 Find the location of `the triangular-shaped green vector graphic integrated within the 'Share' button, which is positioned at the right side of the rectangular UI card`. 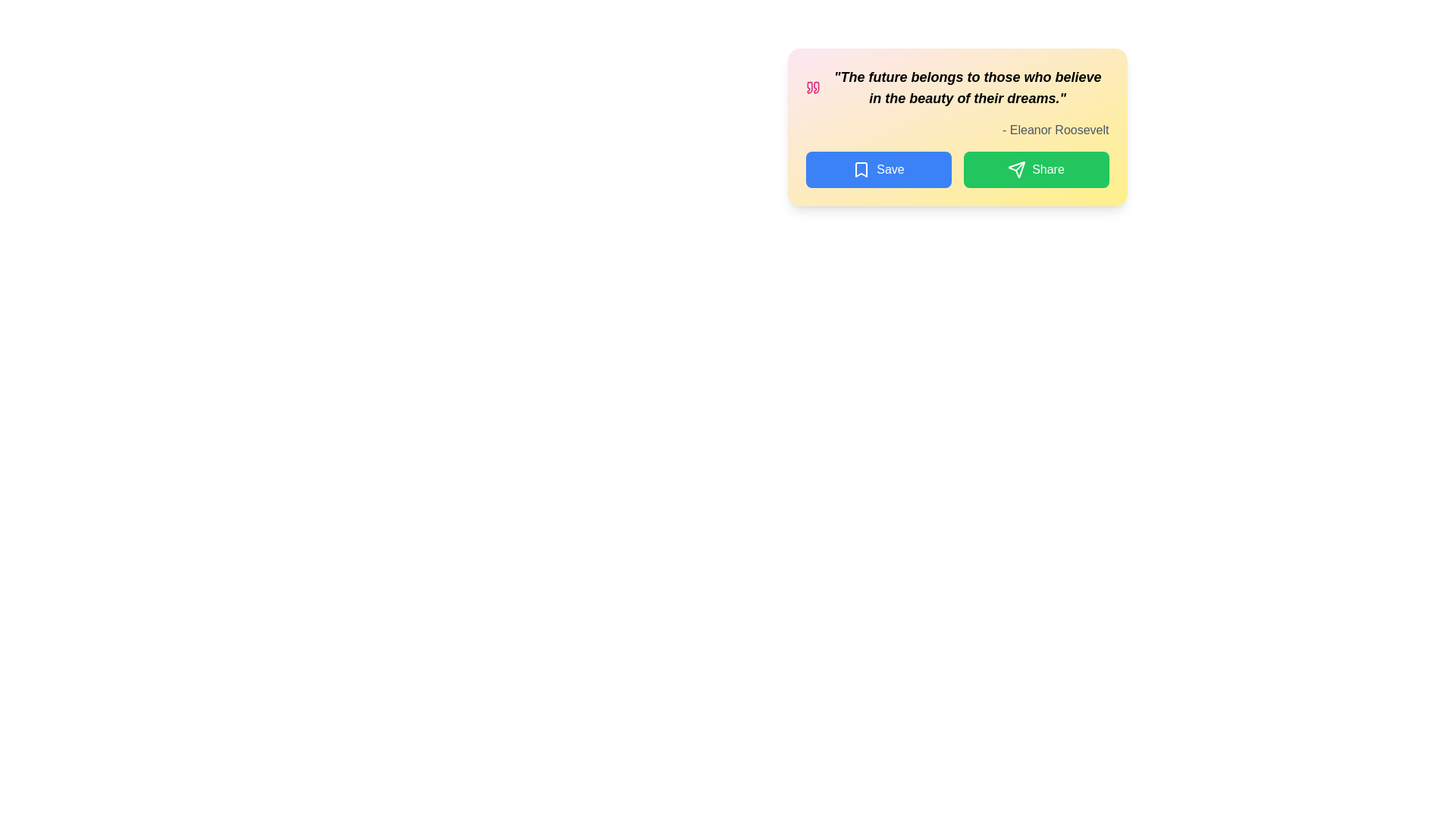

the triangular-shaped green vector graphic integrated within the 'Share' button, which is positioned at the right side of the rectangular UI card is located at coordinates (1017, 169).